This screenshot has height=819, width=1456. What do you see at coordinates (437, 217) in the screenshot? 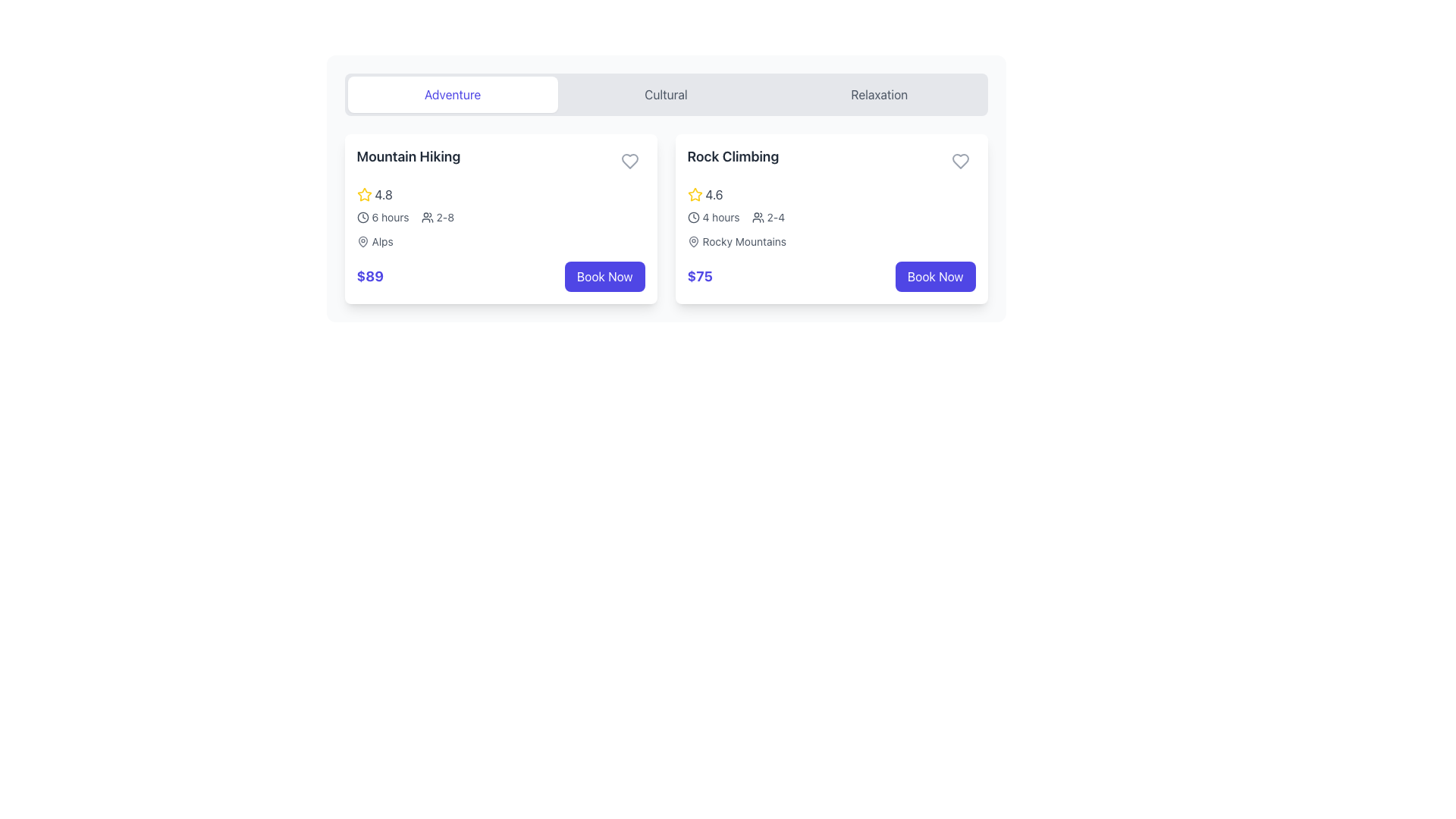
I see `text from the Text Label that indicates the range of participants (2-8) suitable for the activity described in the card, which is located directly to the right of the '6 hours' text in the first card under 'Adventure' activities` at bounding box center [437, 217].